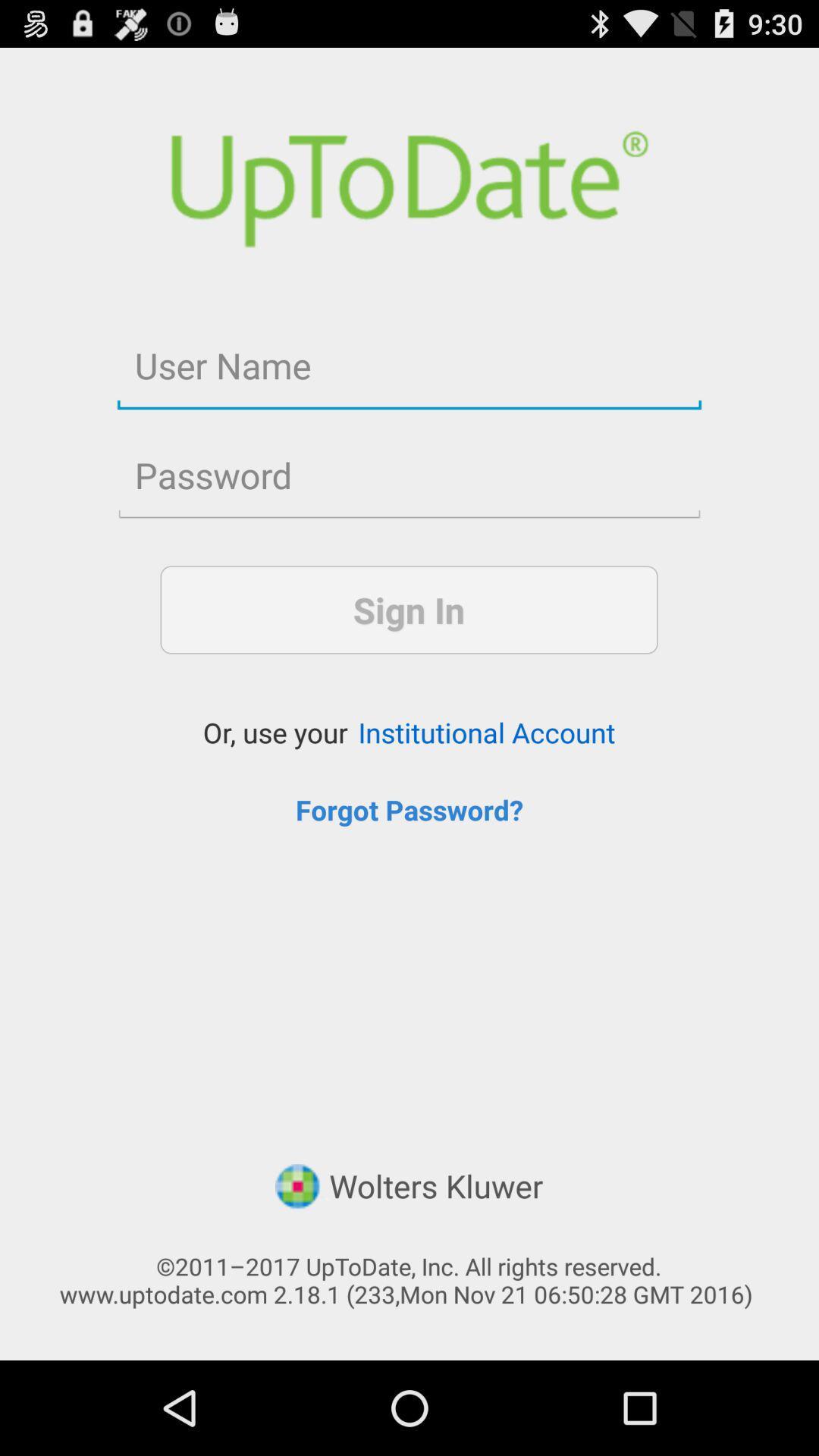 The width and height of the screenshot is (819, 1456). Describe the element at coordinates (408, 1186) in the screenshot. I see `the icon below forgot password? icon` at that location.